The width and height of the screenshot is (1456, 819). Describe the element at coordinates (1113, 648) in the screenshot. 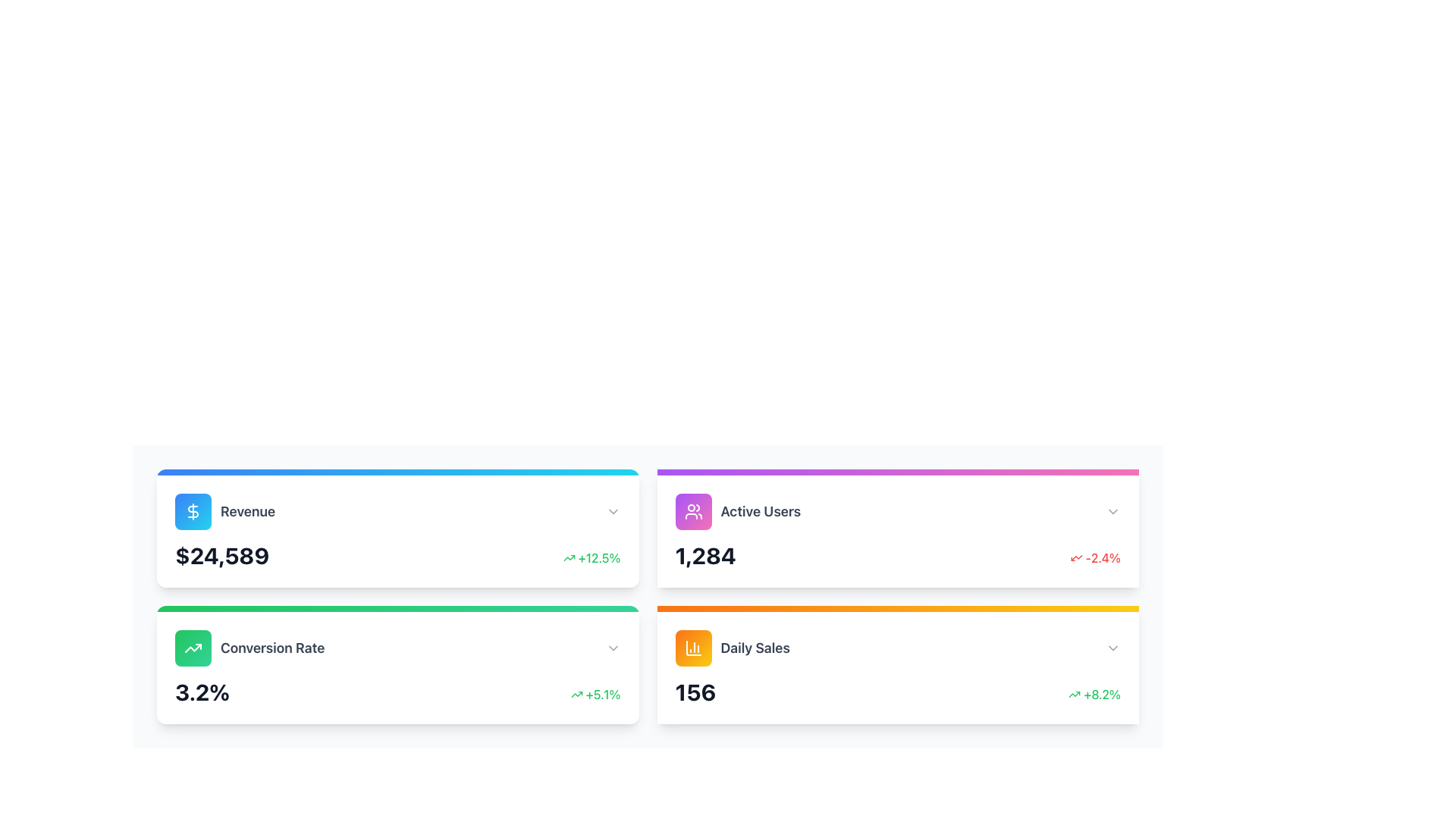

I see `the downward-facing chevron icon located at the far right of the 'Daily Sales' card` at that location.